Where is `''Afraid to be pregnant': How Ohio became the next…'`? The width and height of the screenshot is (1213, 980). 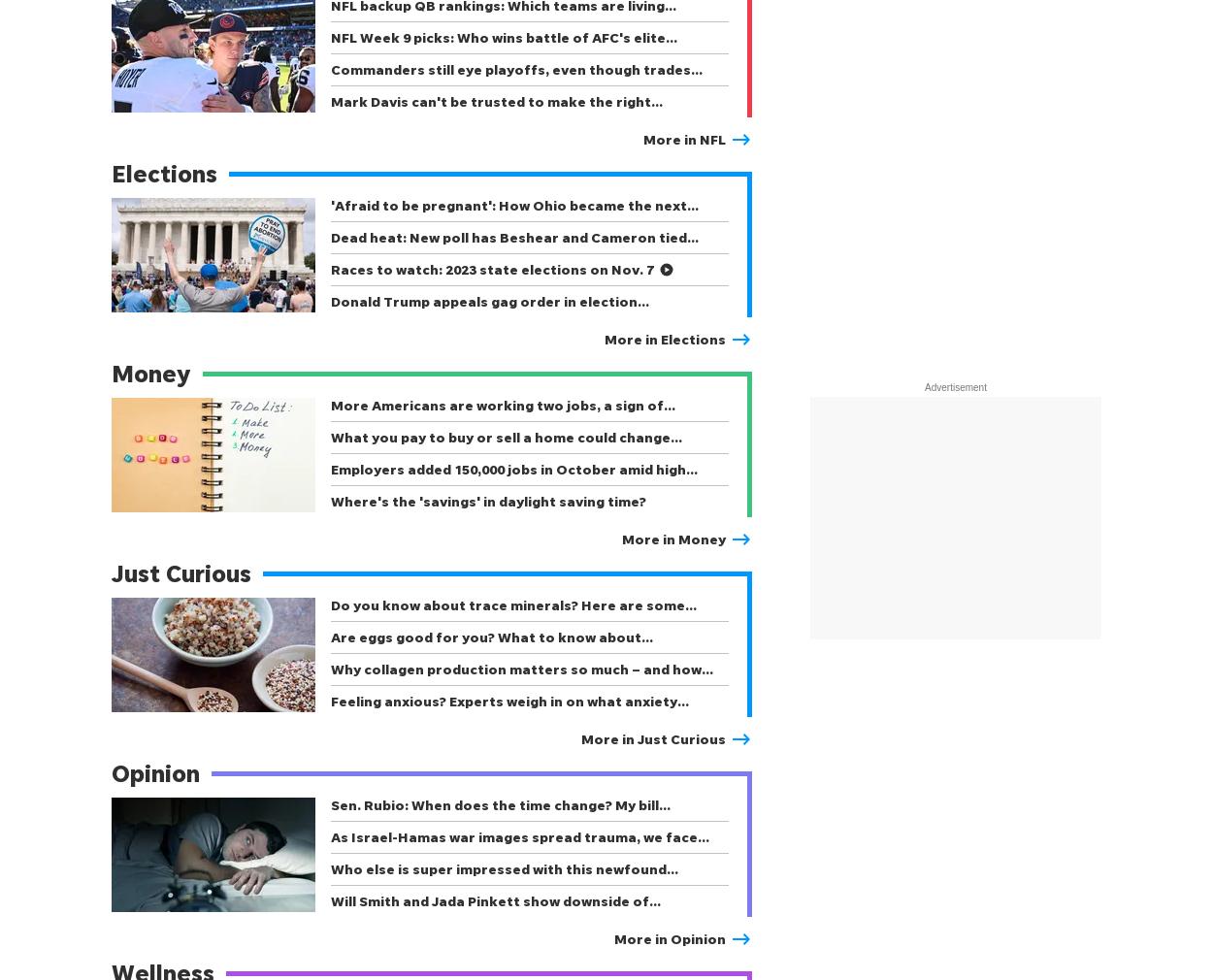
''Afraid to be pregnant': How Ohio became the next…' is located at coordinates (514, 204).